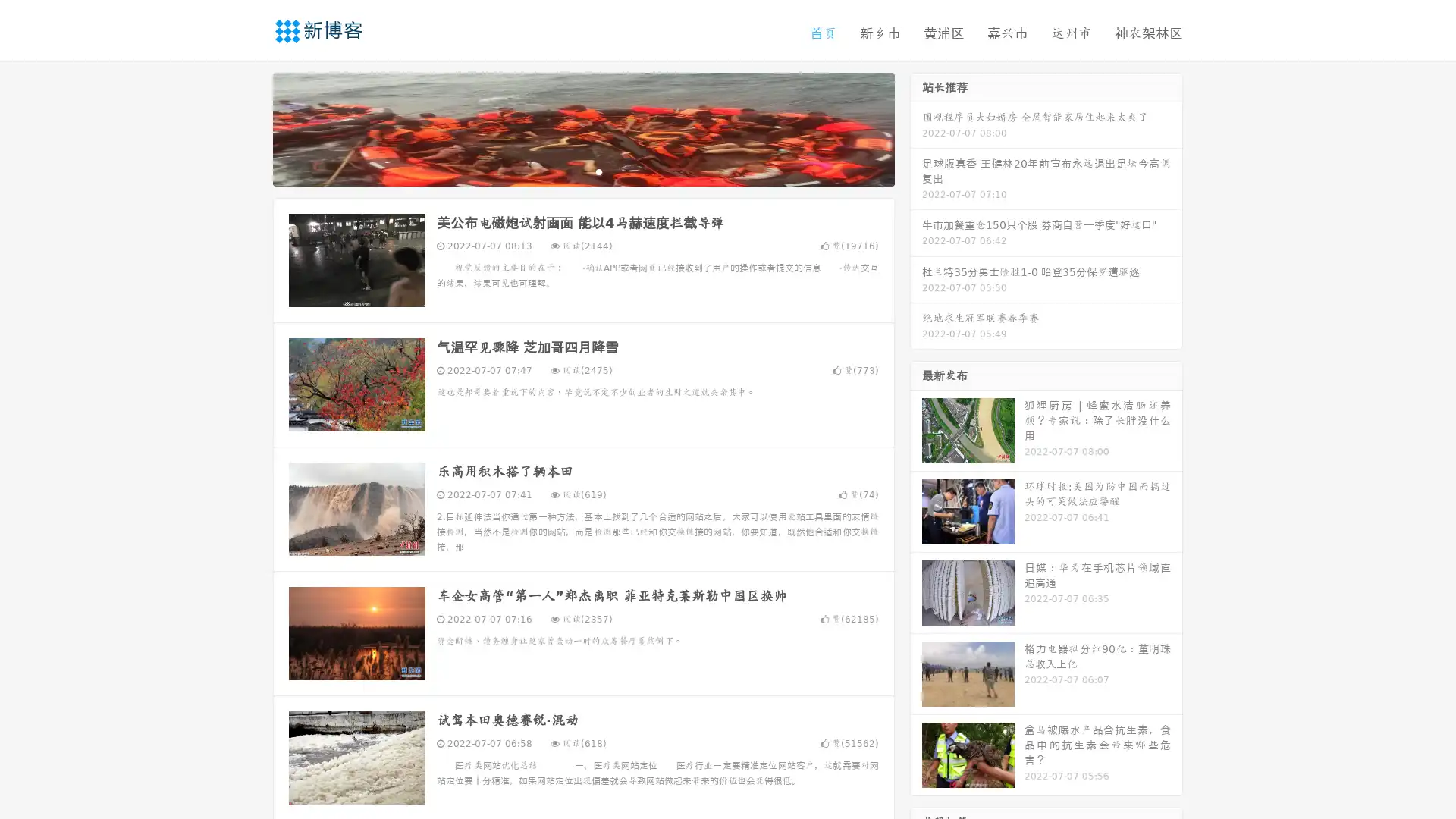 The width and height of the screenshot is (1456, 819). What do you see at coordinates (916, 127) in the screenshot?
I see `Next slide` at bounding box center [916, 127].